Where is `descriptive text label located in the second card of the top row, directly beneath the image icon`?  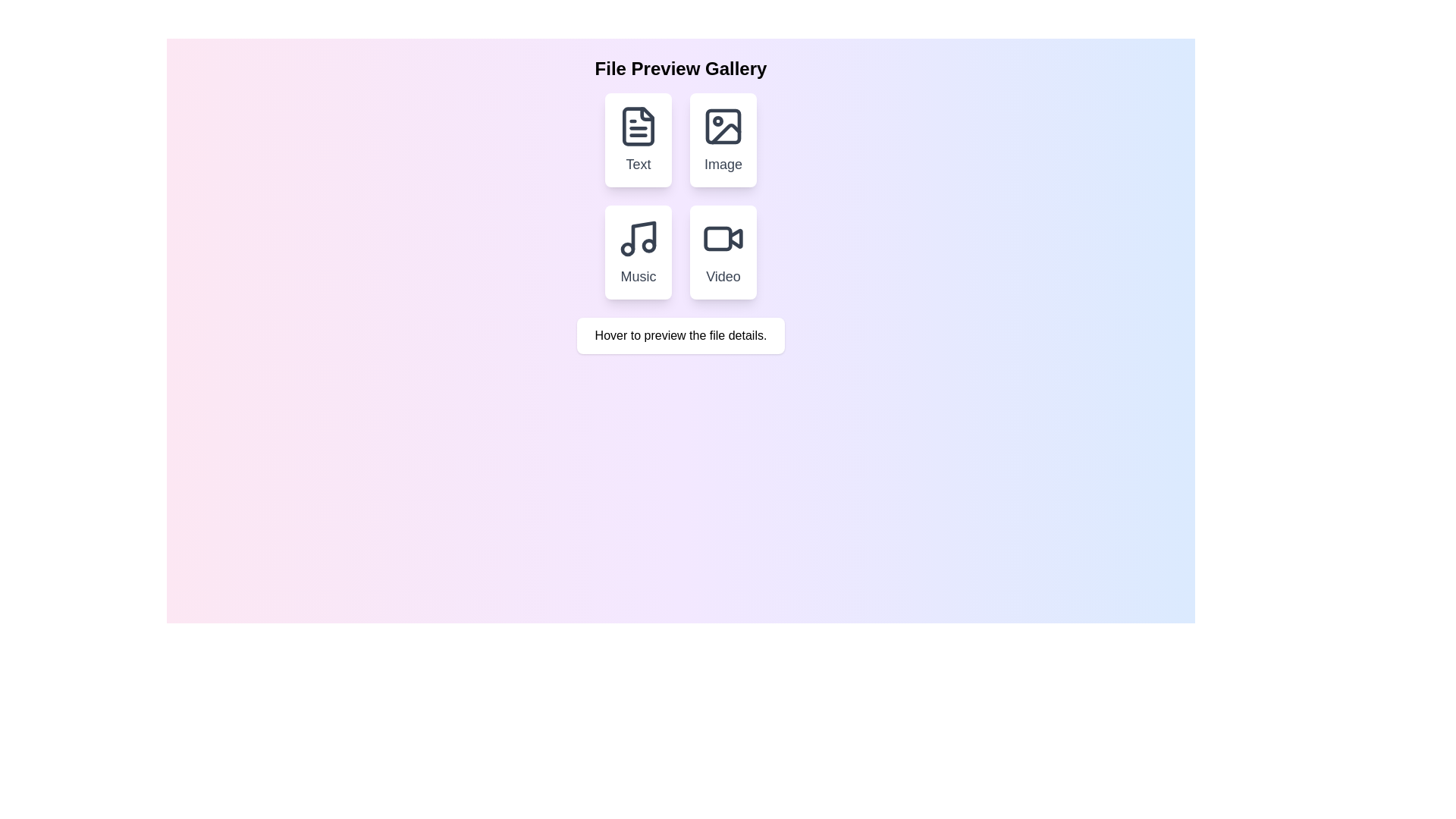
descriptive text label located in the second card of the top row, directly beneath the image icon is located at coordinates (723, 164).